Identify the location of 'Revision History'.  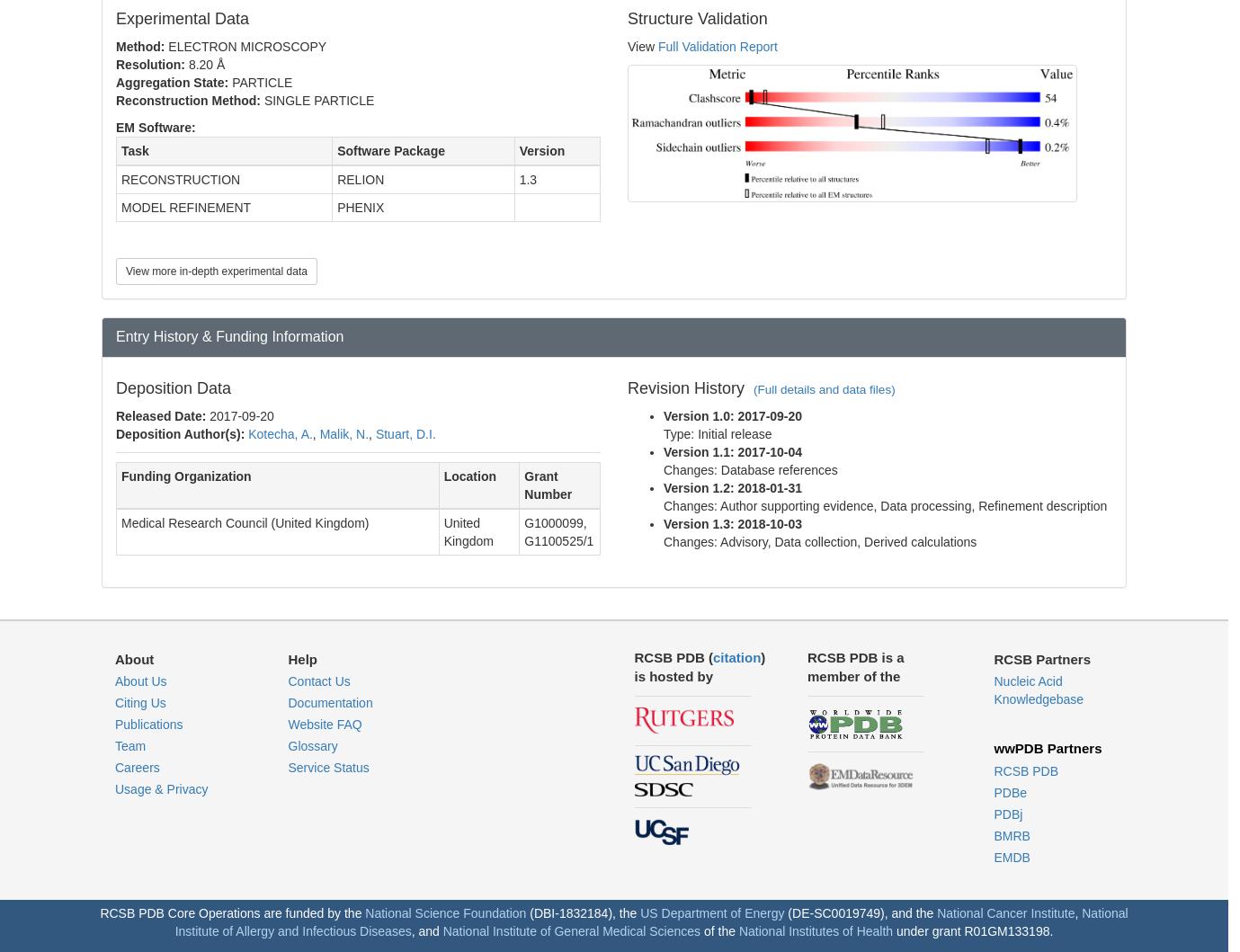
(690, 387).